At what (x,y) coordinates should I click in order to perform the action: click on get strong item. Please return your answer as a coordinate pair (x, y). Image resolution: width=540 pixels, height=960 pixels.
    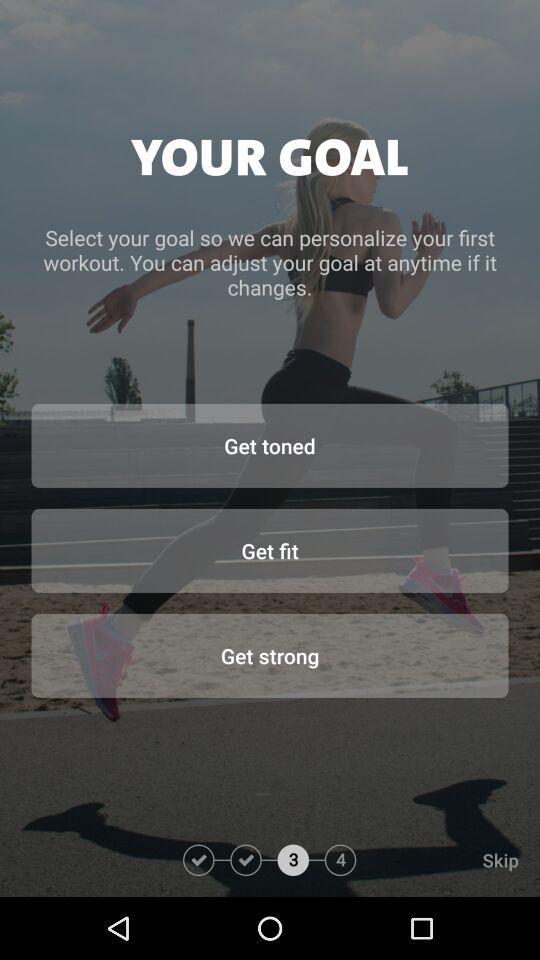
    Looking at the image, I should click on (270, 654).